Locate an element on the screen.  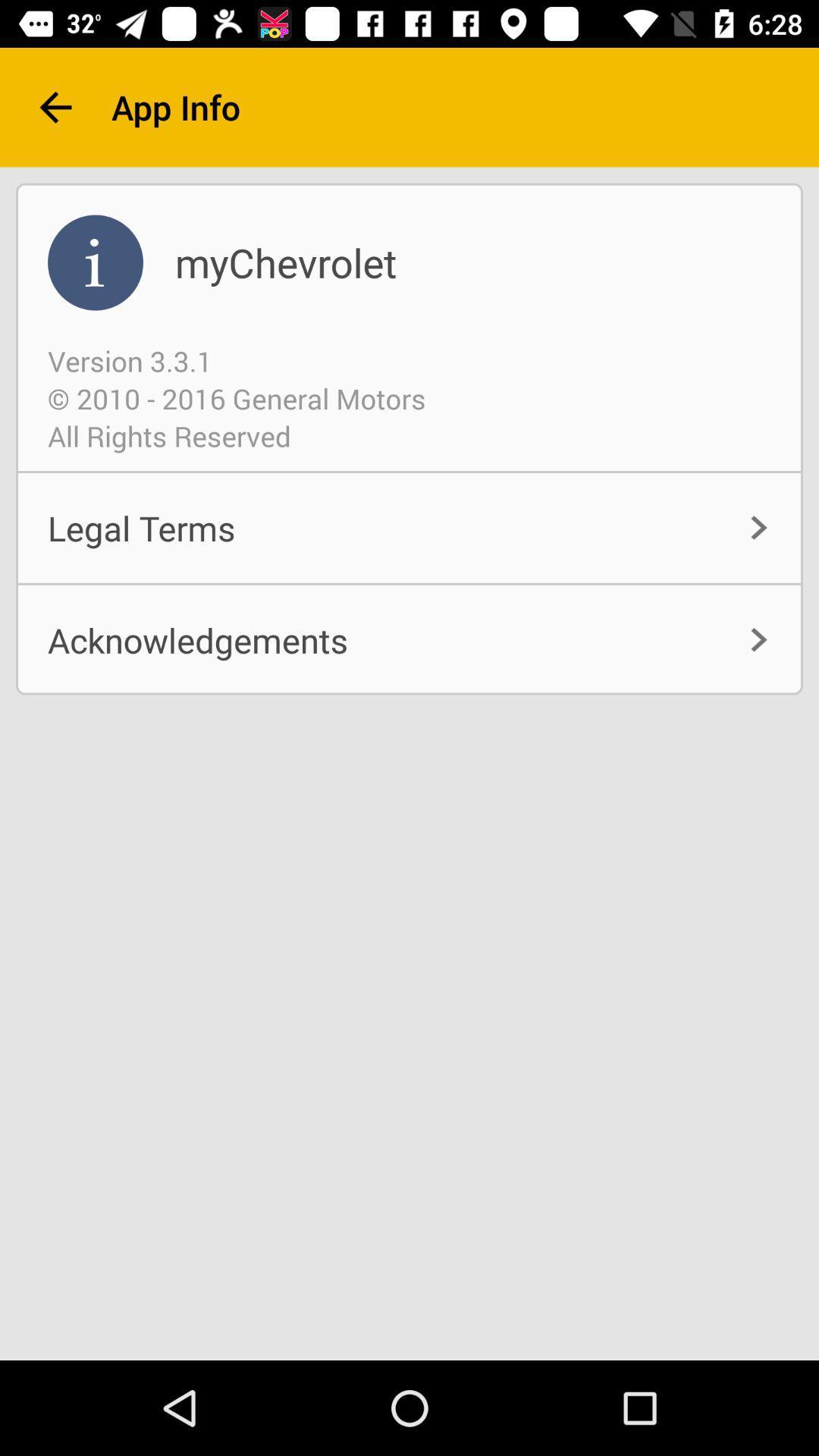
icon to the left of the app info is located at coordinates (55, 106).